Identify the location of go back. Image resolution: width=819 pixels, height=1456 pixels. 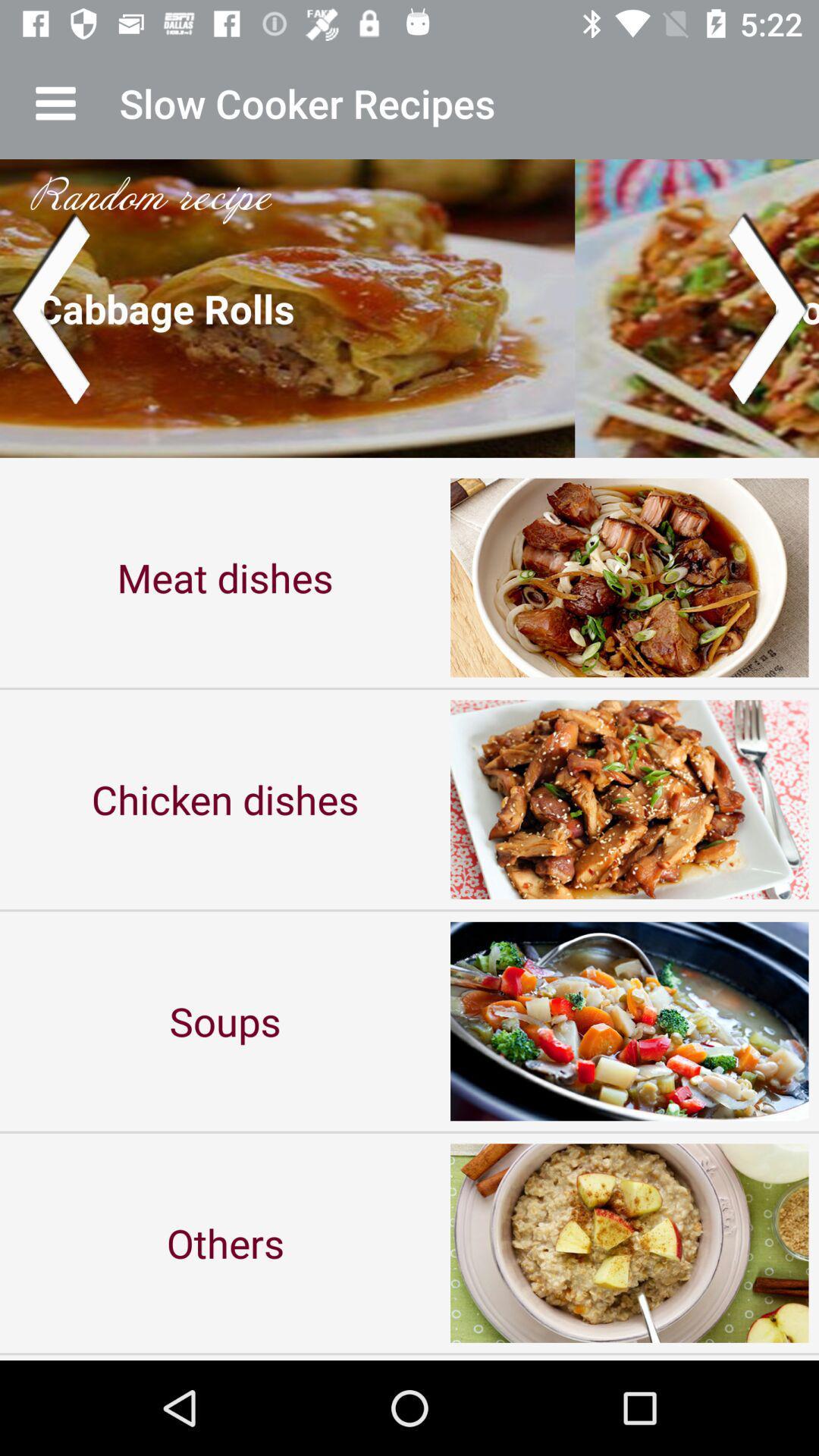
(49, 307).